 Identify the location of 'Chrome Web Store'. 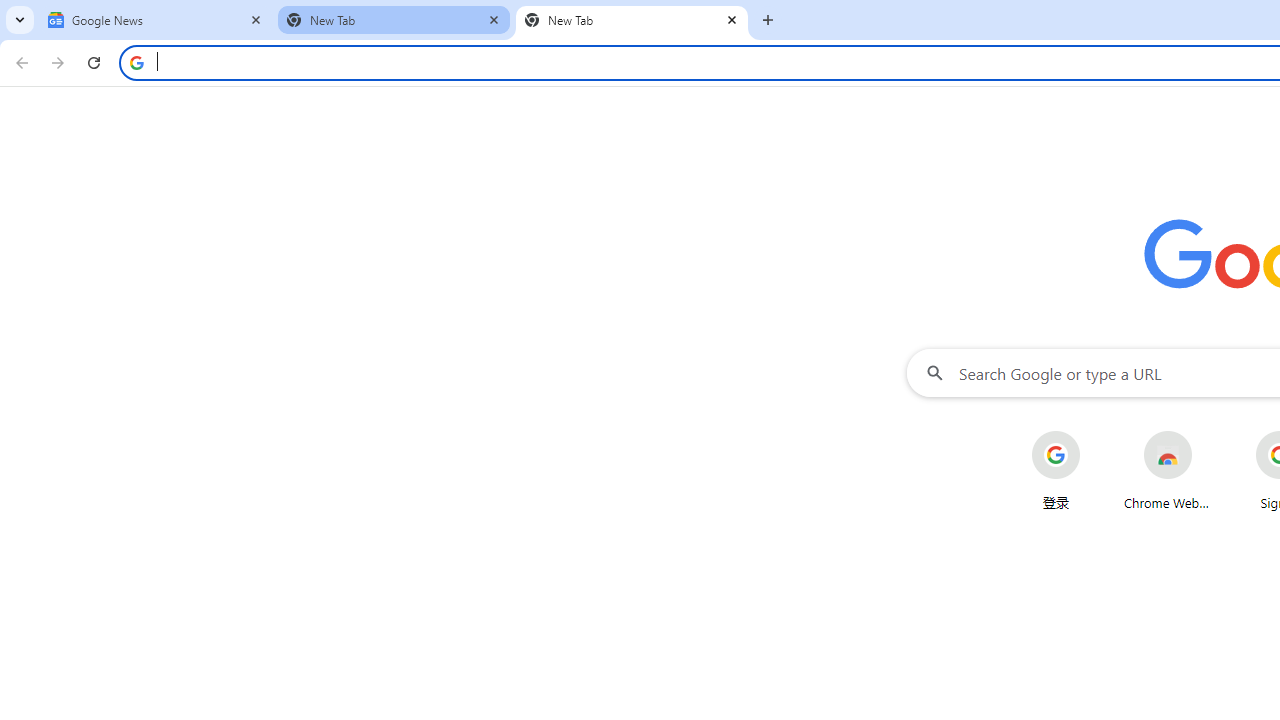
(1168, 470).